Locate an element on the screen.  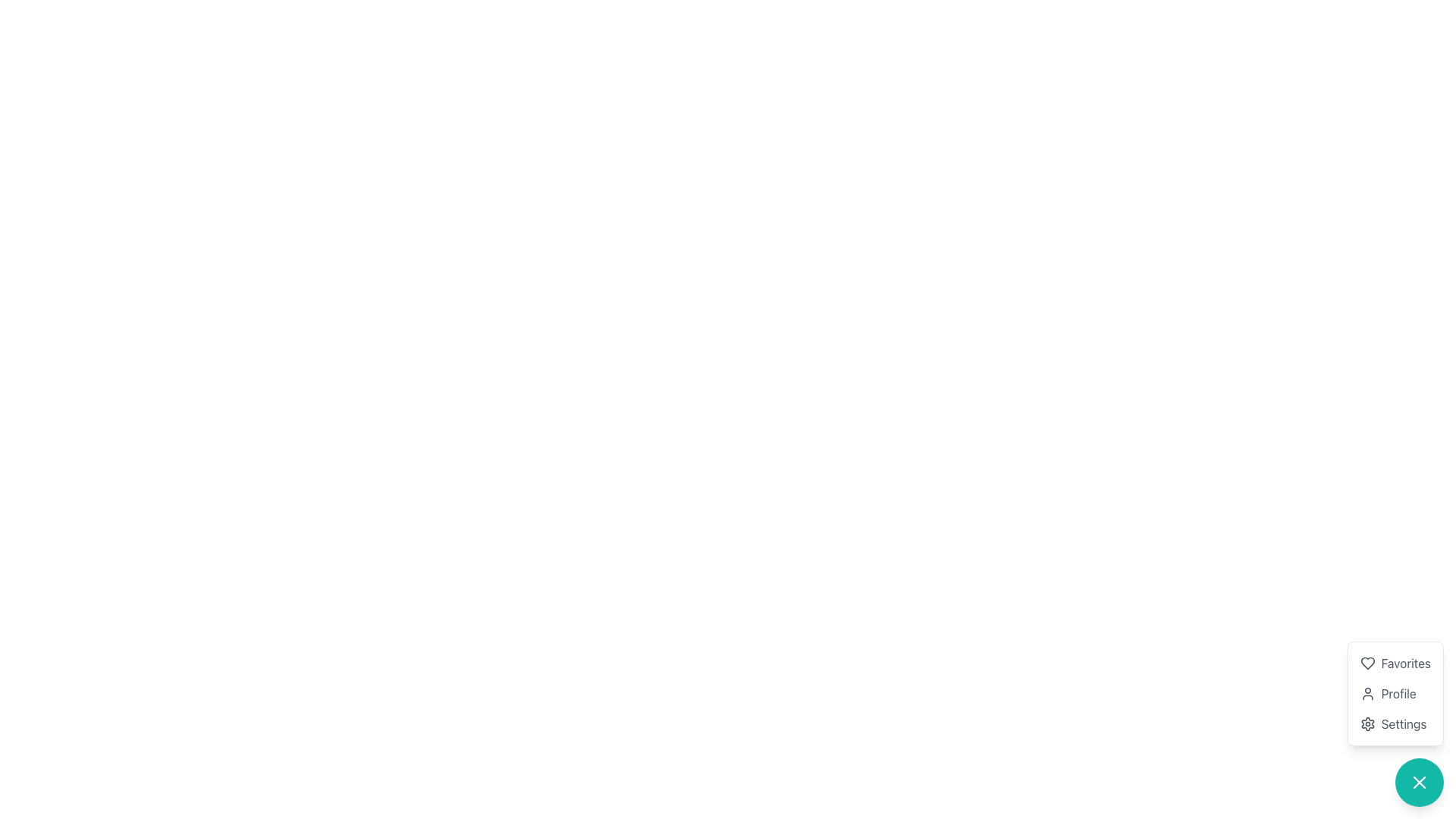
the heart icon located to the left of the 'Favorites' text in the vertical menu at the bottom-right corner of the interface is located at coordinates (1367, 663).